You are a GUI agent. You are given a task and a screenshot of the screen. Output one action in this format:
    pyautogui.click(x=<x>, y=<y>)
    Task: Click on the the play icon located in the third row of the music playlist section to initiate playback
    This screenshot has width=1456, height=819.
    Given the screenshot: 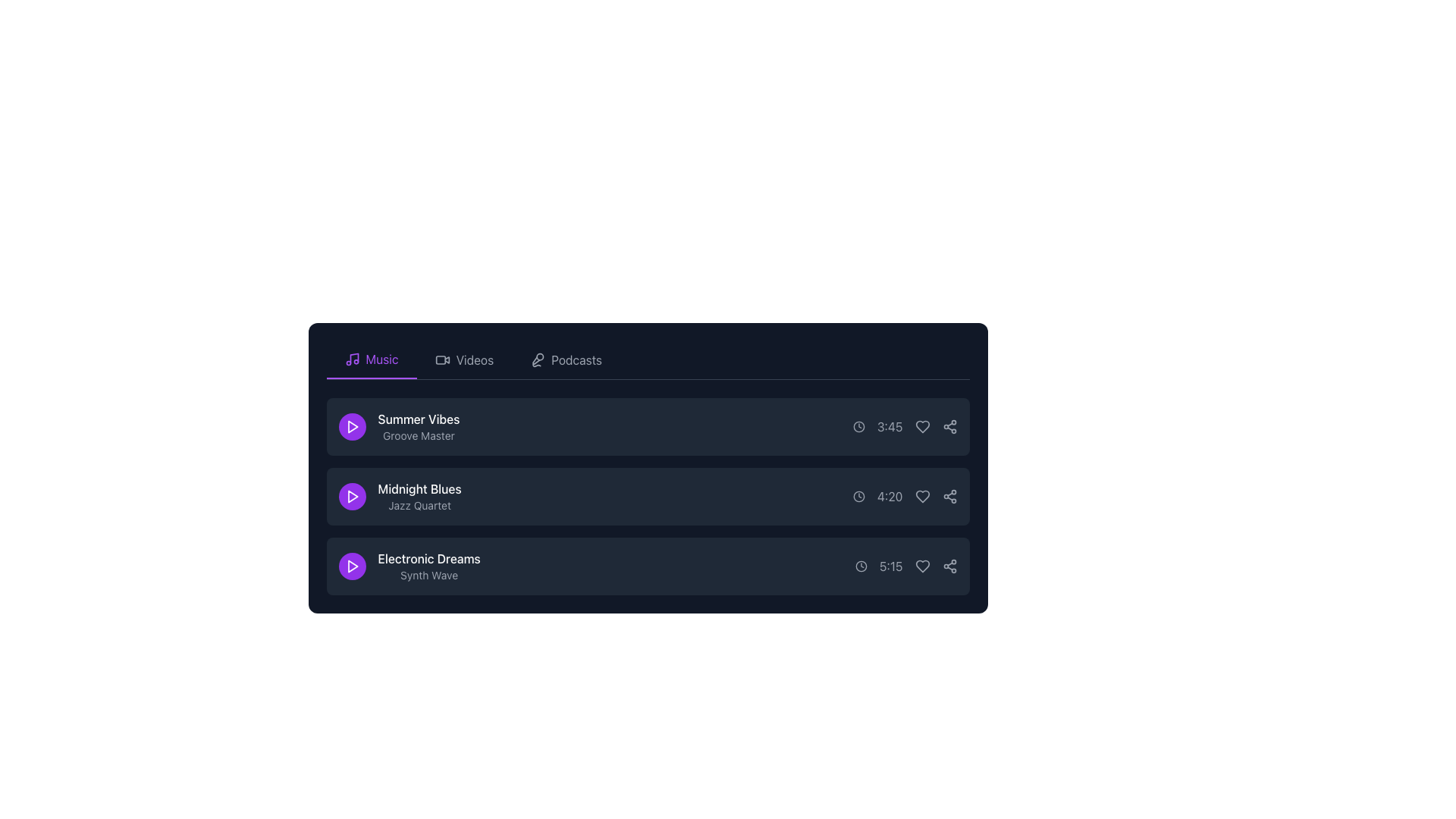 What is the action you would take?
    pyautogui.click(x=352, y=566)
    